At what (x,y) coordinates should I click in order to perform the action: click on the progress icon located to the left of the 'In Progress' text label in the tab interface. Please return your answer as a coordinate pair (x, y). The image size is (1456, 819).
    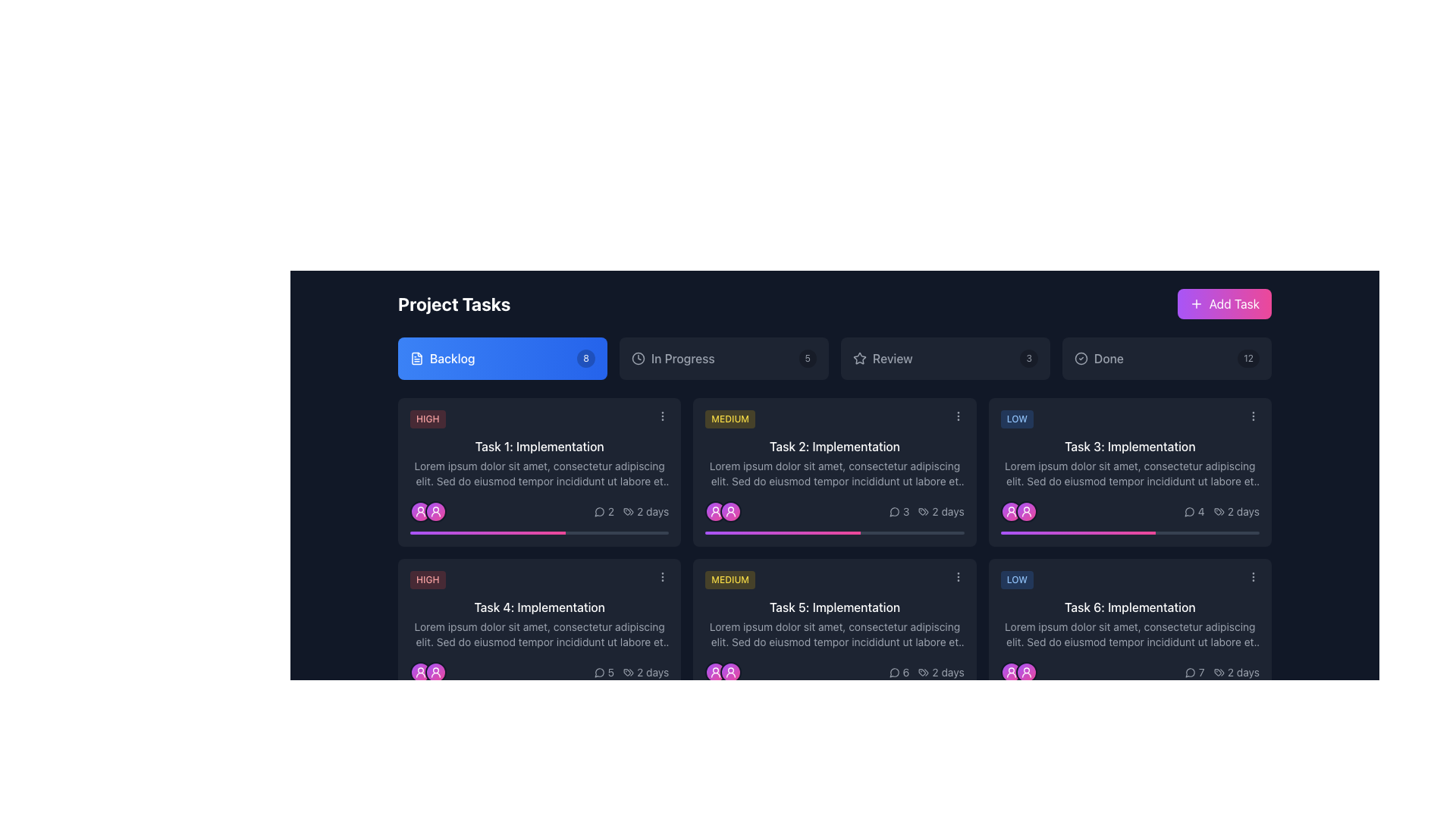
    Looking at the image, I should click on (638, 359).